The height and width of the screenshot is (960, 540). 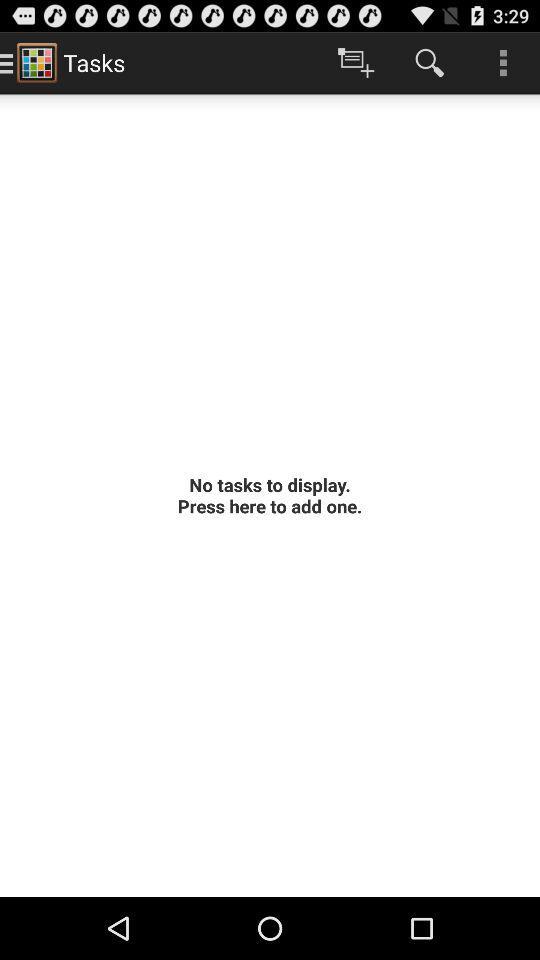 What do you see at coordinates (355, 62) in the screenshot?
I see `app next to the tasks app` at bounding box center [355, 62].